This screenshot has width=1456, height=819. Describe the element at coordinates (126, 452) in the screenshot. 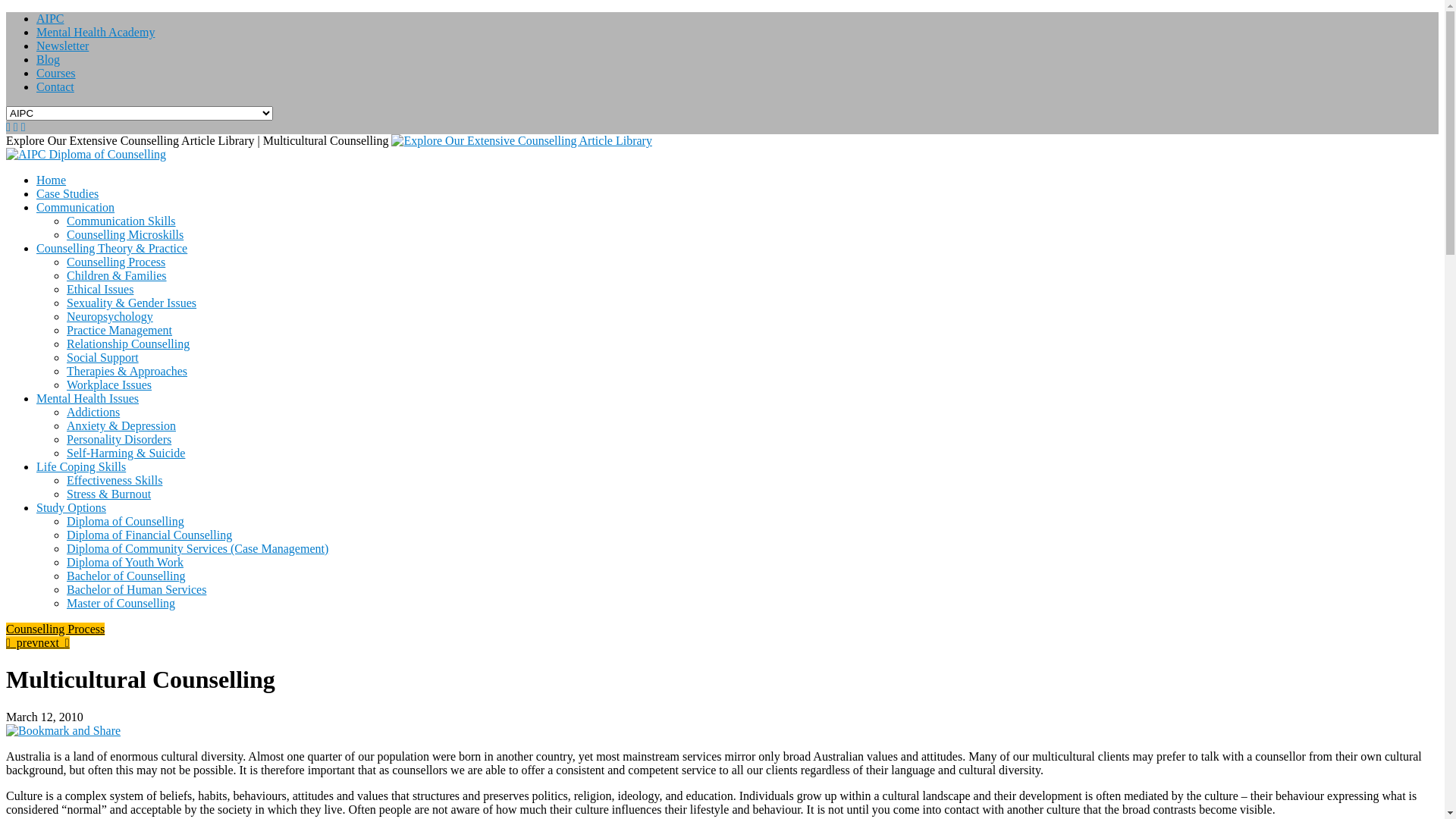

I see `'Self-Harming & Suicide'` at that location.